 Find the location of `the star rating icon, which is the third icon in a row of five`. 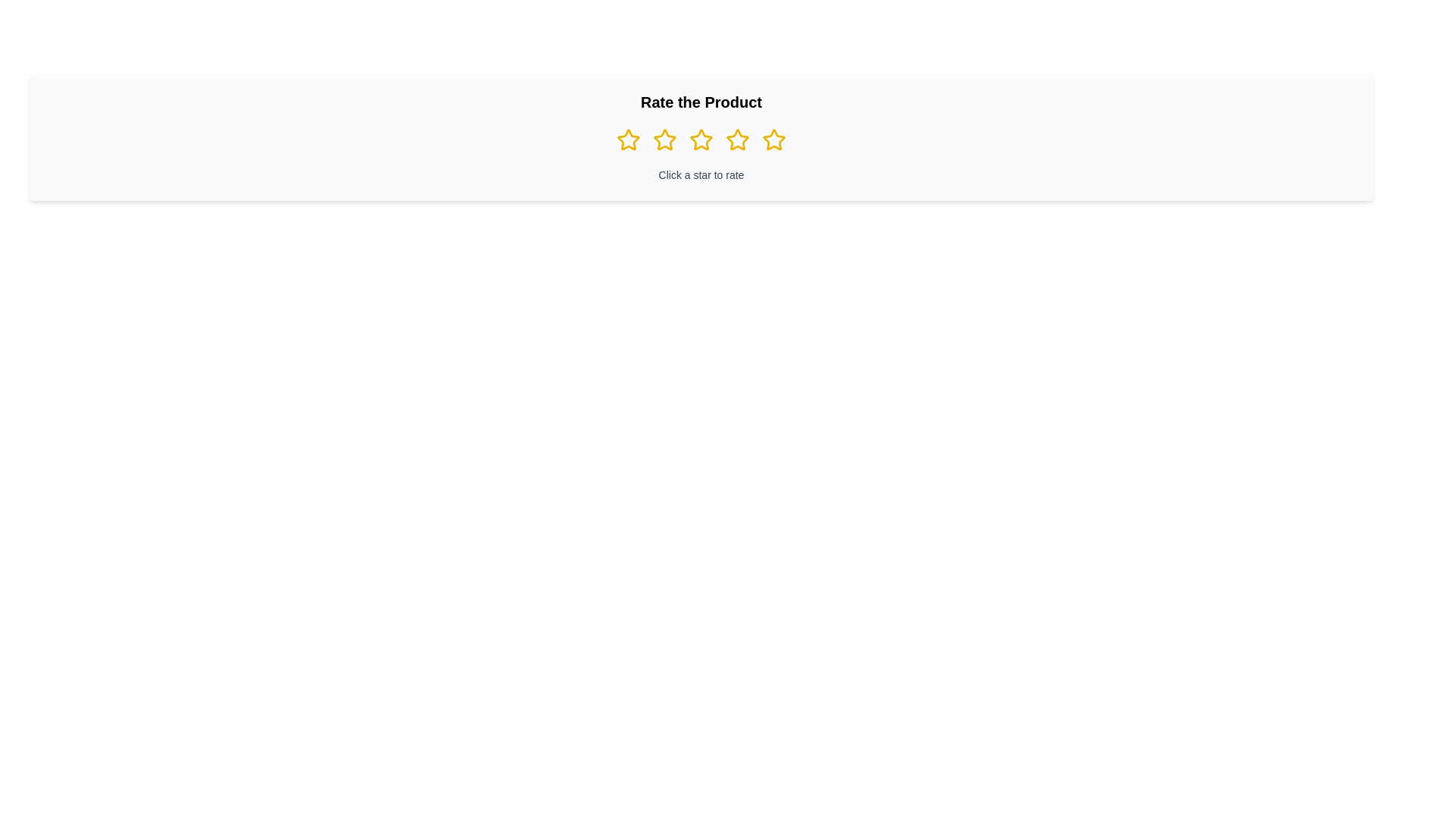

the star rating icon, which is the third icon in a row of five is located at coordinates (701, 140).